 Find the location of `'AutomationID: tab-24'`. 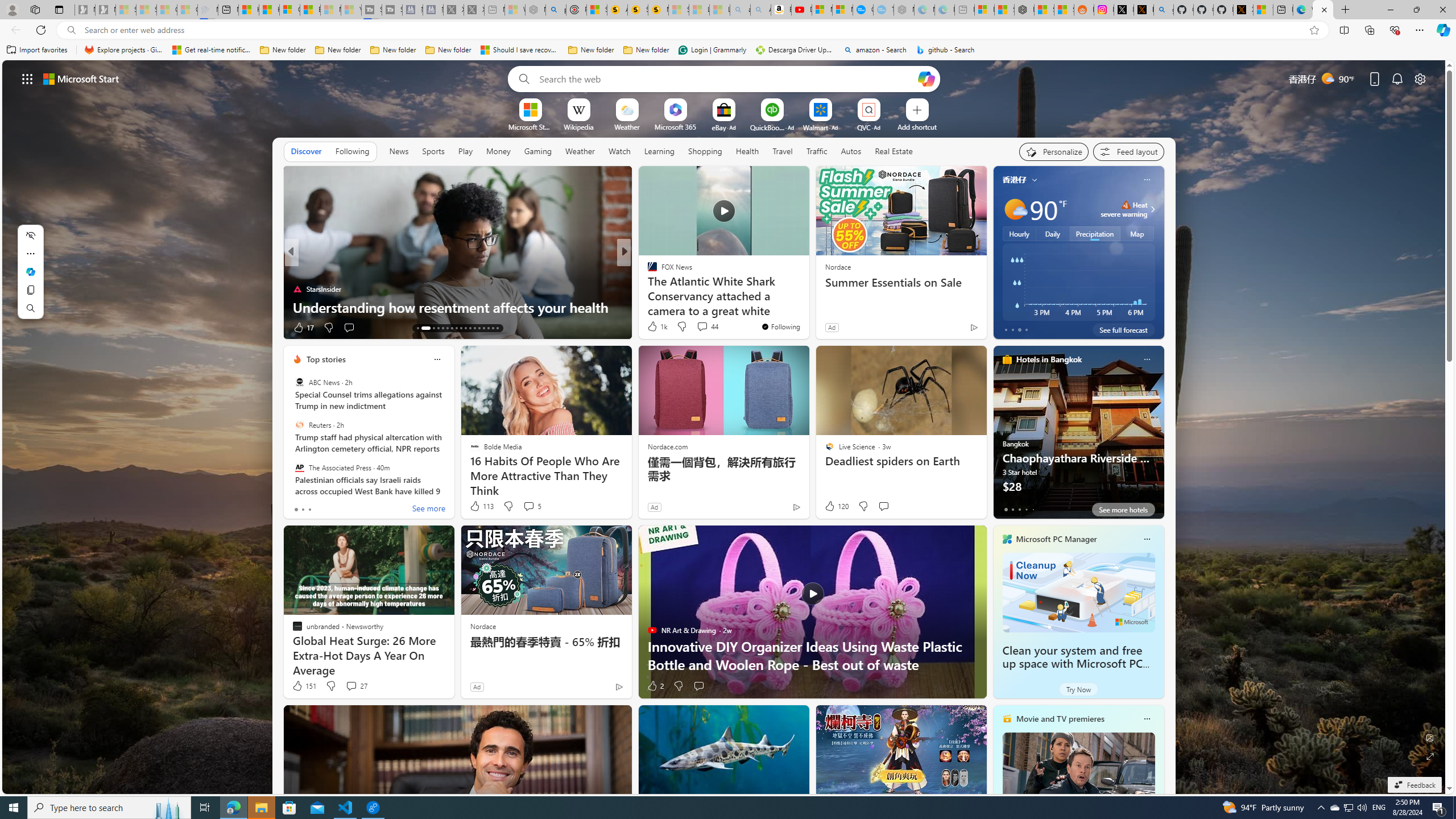

'AutomationID: tab-24' is located at coordinates (474, 328).